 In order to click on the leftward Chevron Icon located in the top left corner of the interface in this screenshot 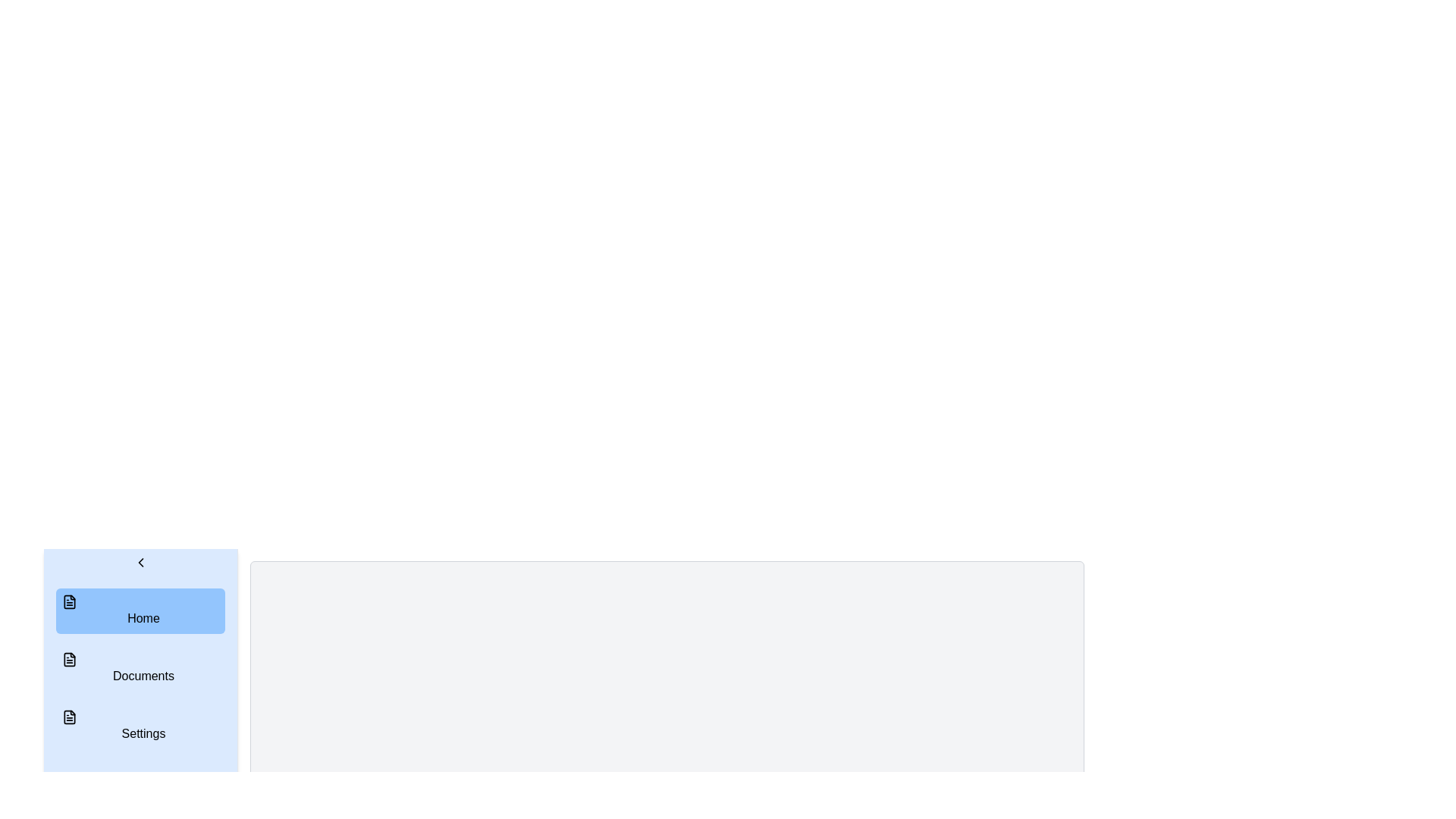, I will do `click(140, 562)`.